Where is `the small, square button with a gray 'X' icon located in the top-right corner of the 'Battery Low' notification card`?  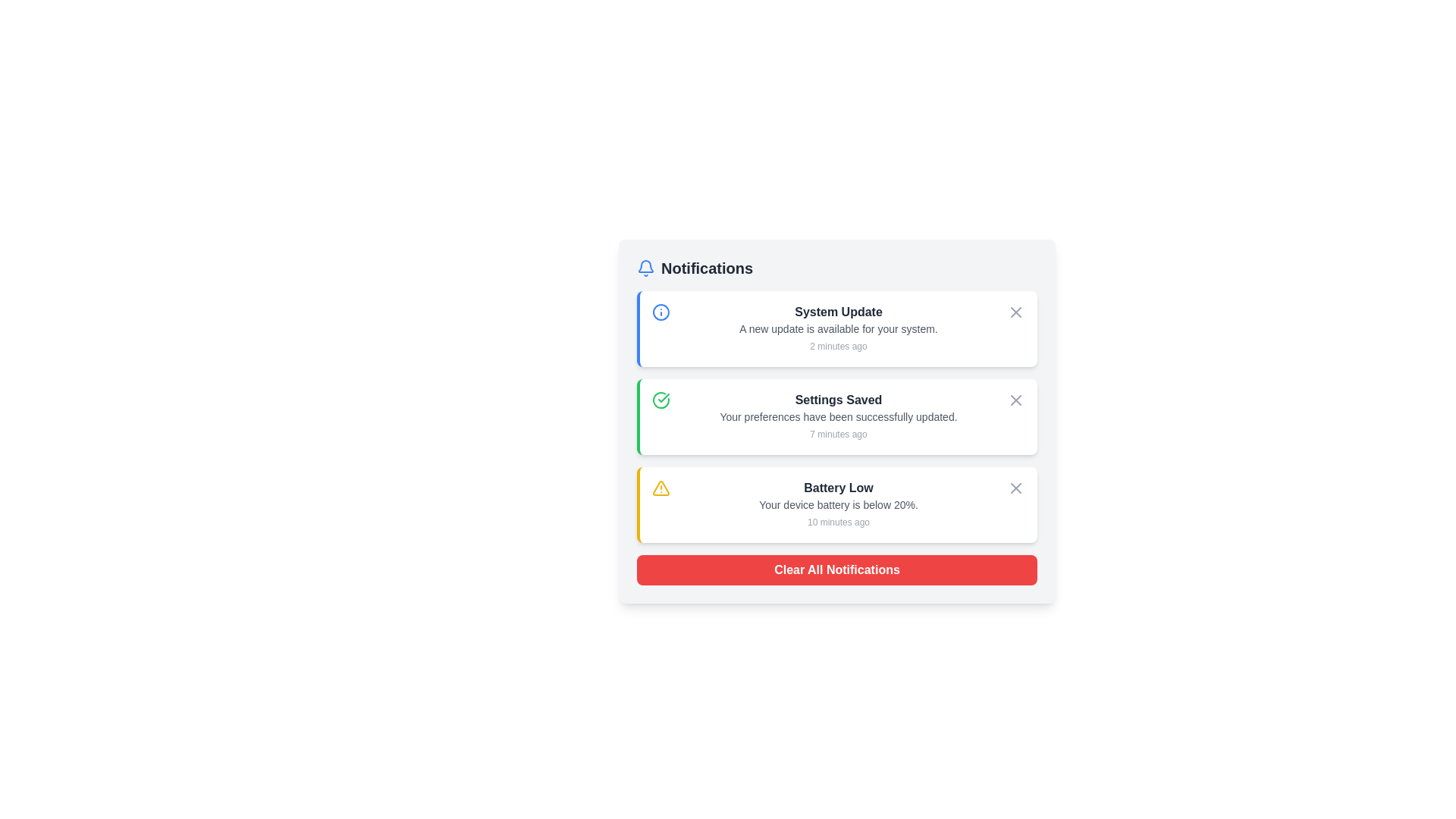
the small, square button with a gray 'X' icon located in the top-right corner of the 'Battery Low' notification card is located at coordinates (1015, 488).